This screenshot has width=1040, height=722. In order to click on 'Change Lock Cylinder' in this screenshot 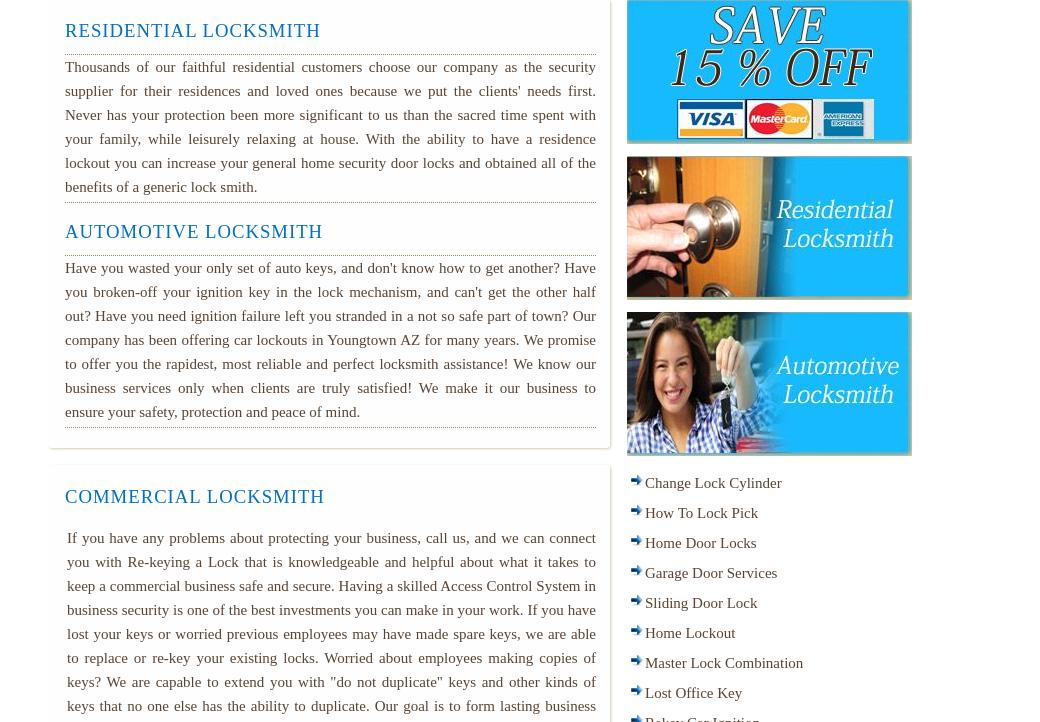, I will do `click(644, 483)`.